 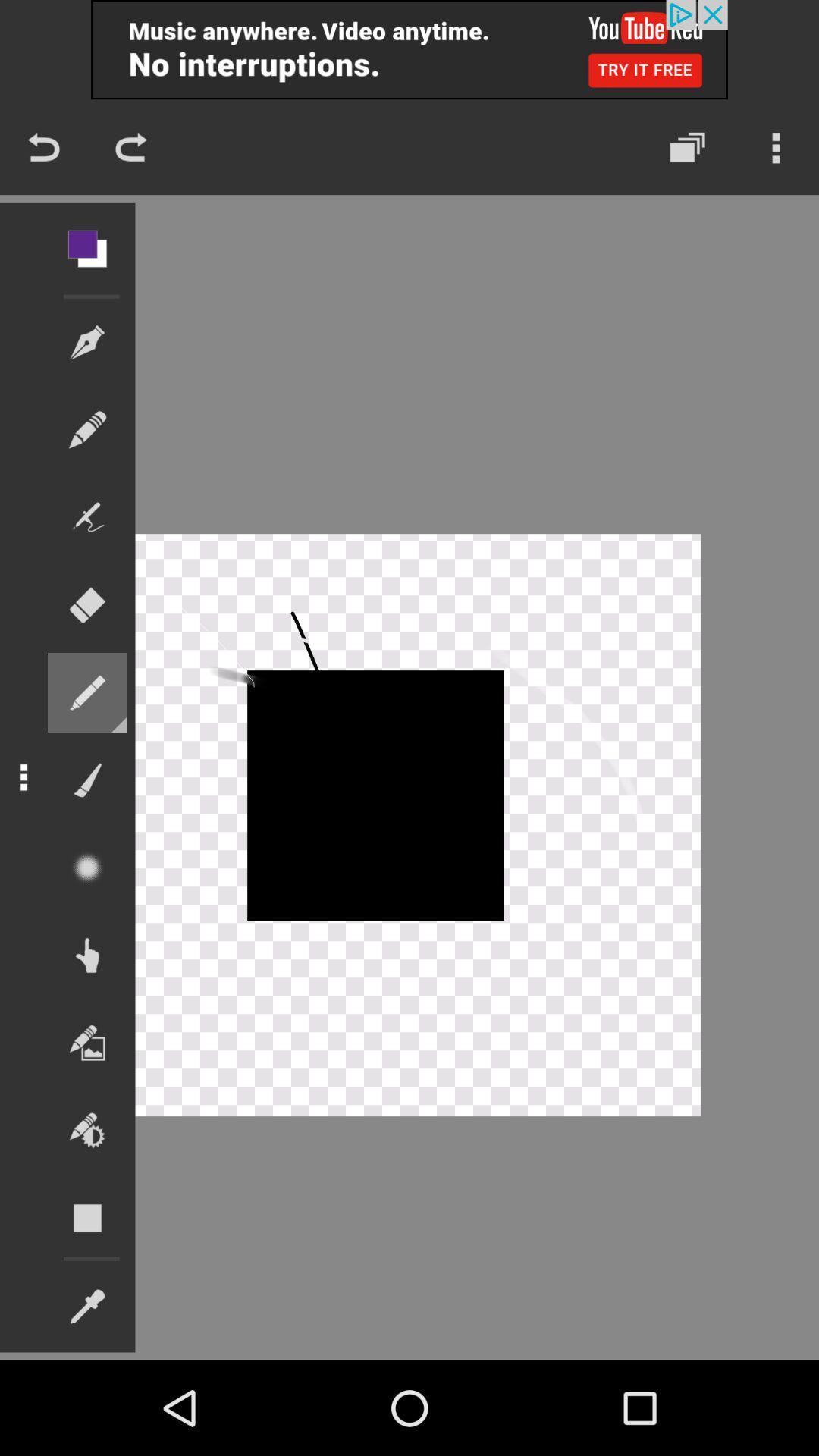 I want to click on the layers icon, so click(x=687, y=147).